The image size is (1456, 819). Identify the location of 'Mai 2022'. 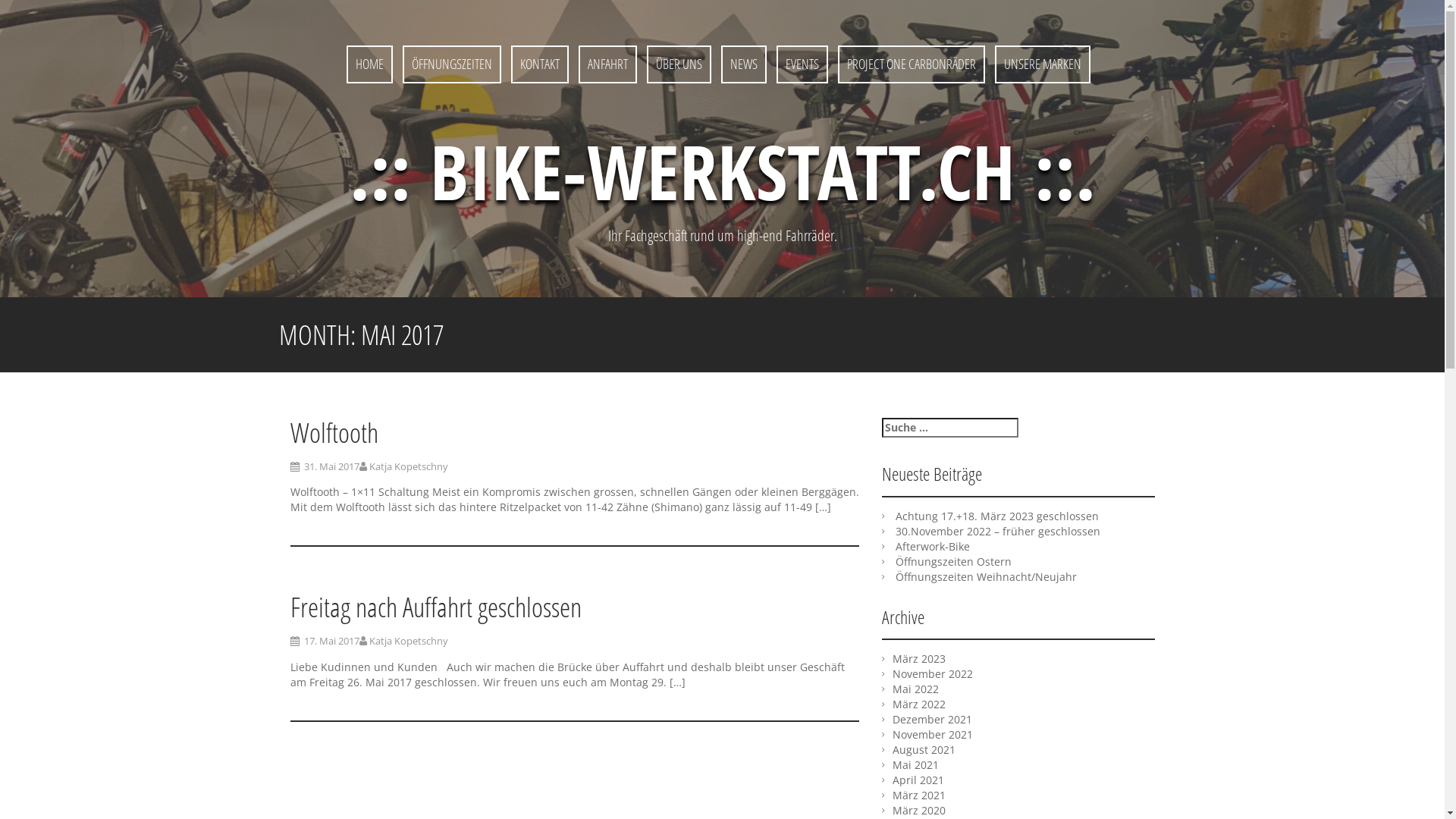
(914, 689).